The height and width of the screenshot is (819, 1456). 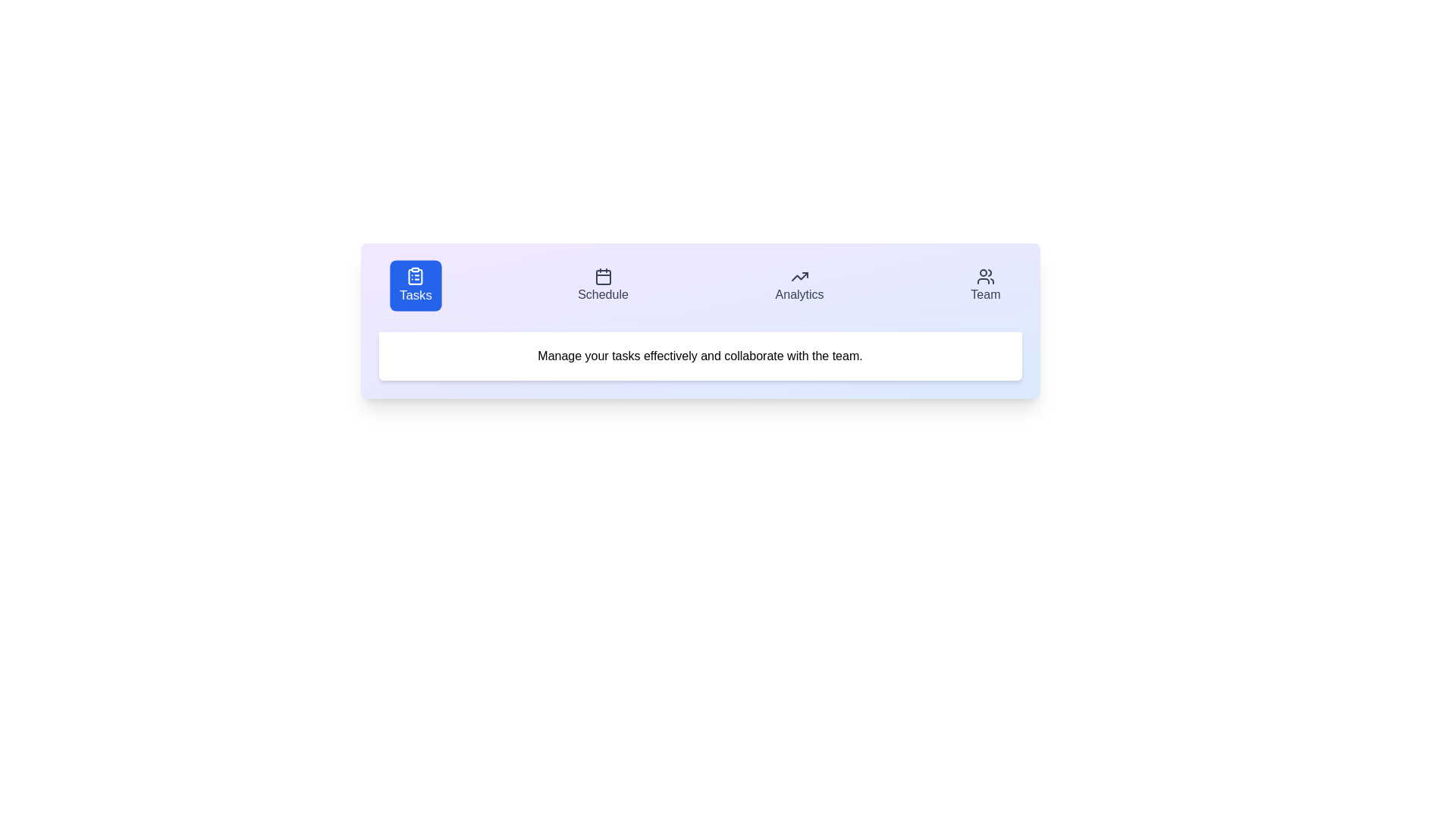 What do you see at coordinates (799, 286) in the screenshot?
I see `the Analytics tab by clicking on its respective button` at bounding box center [799, 286].